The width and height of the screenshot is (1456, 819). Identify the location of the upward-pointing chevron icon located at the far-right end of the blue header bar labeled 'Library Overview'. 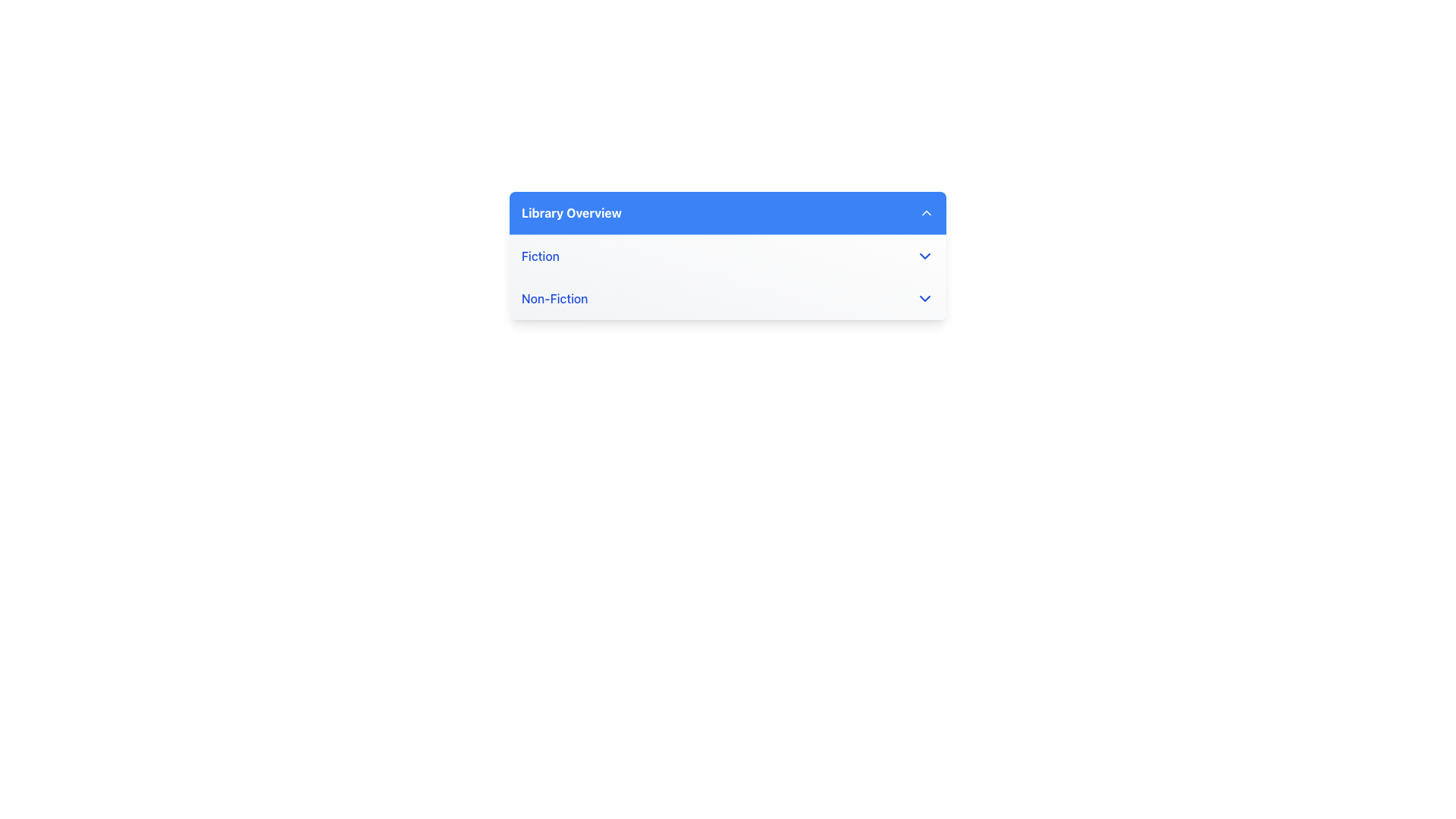
(926, 213).